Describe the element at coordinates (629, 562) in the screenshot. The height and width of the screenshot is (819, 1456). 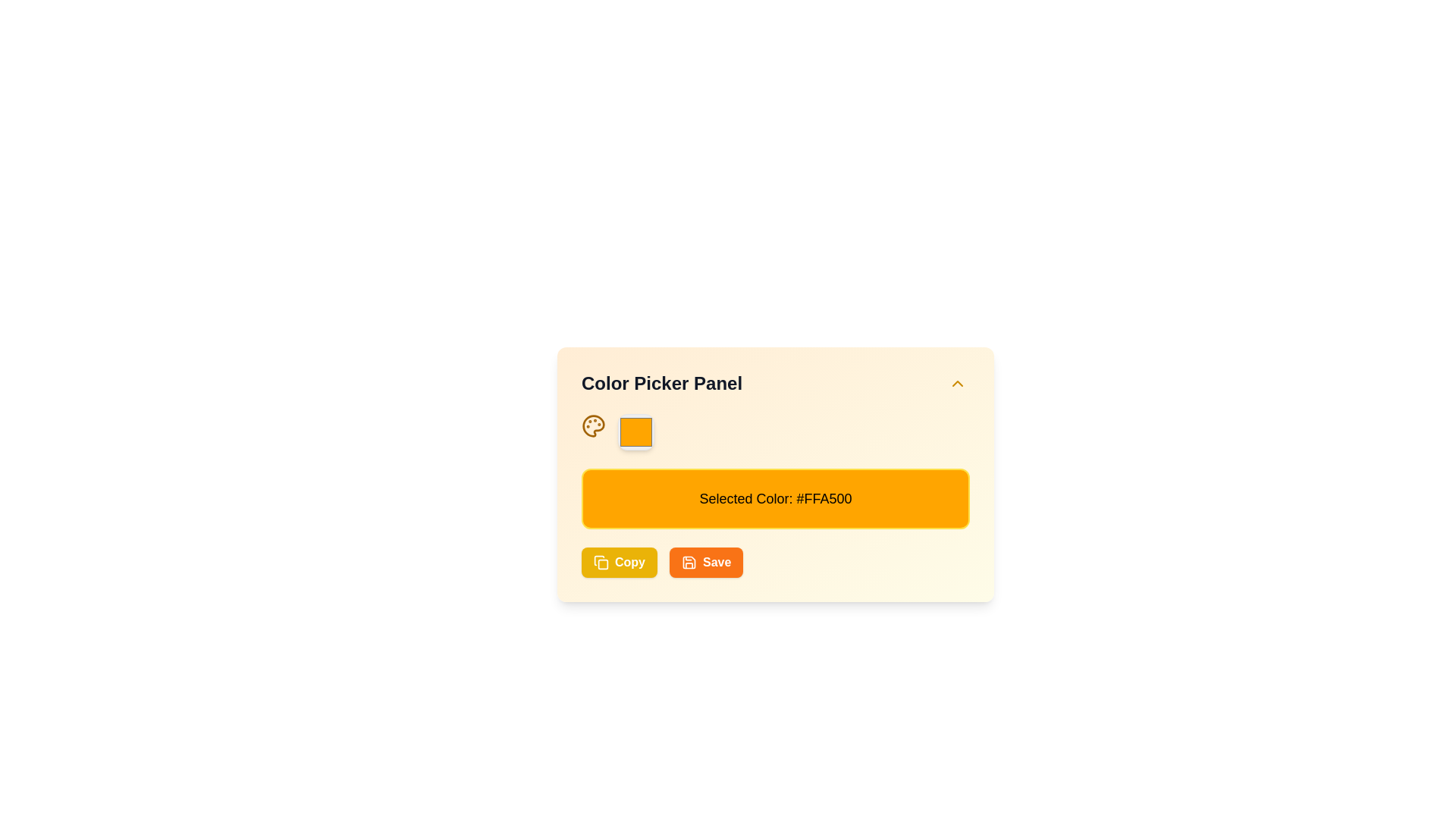
I see `the button that contains the text label for copying the selected color, located to the left of the 'Save' button at the bottom-left side of the panel` at that location.